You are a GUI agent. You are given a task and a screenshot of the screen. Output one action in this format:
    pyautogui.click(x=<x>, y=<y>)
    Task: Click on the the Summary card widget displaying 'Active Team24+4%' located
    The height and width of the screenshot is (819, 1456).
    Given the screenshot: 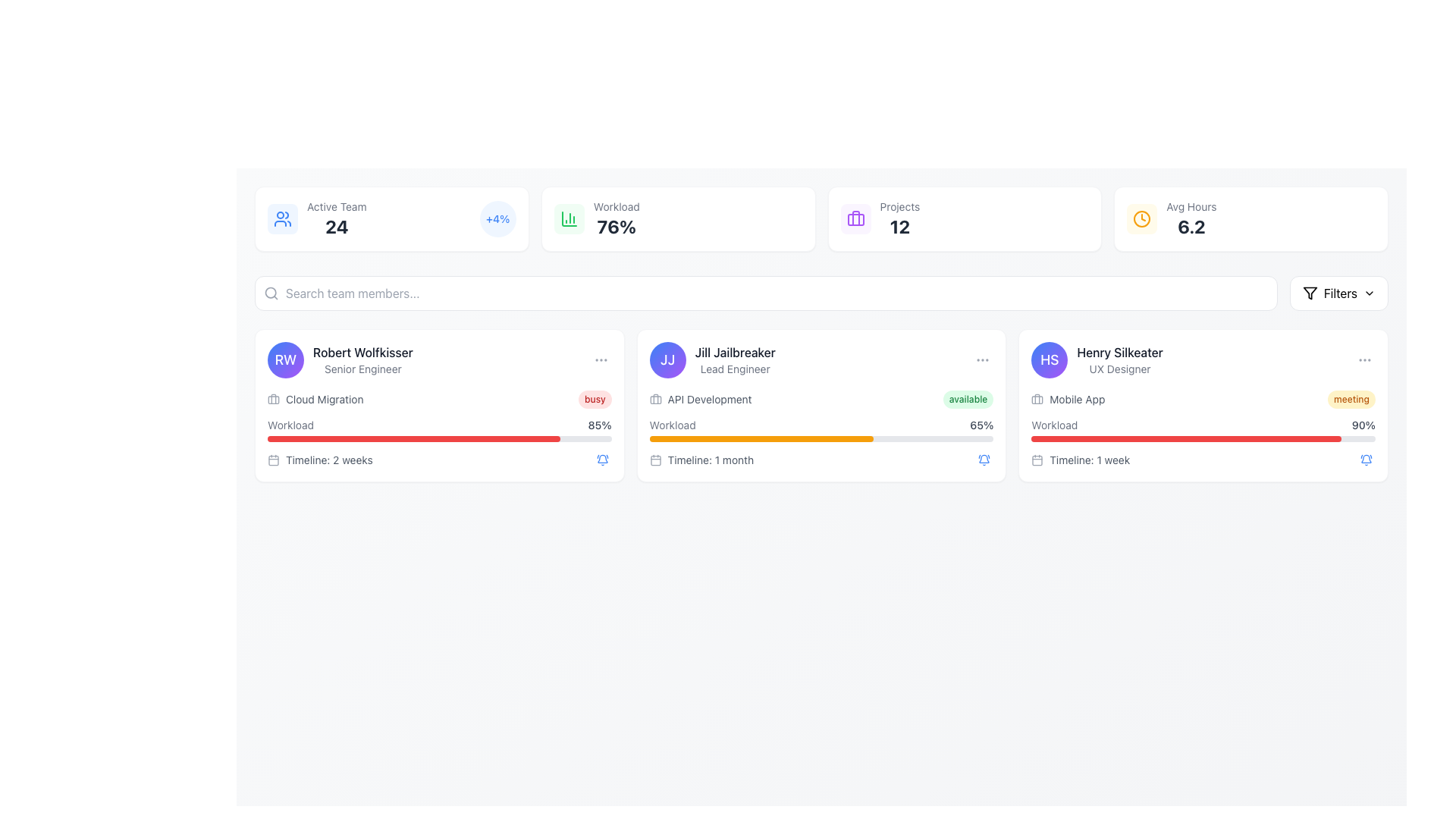 What is the action you would take?
    pyautogui.click(x=391, y=219)
    